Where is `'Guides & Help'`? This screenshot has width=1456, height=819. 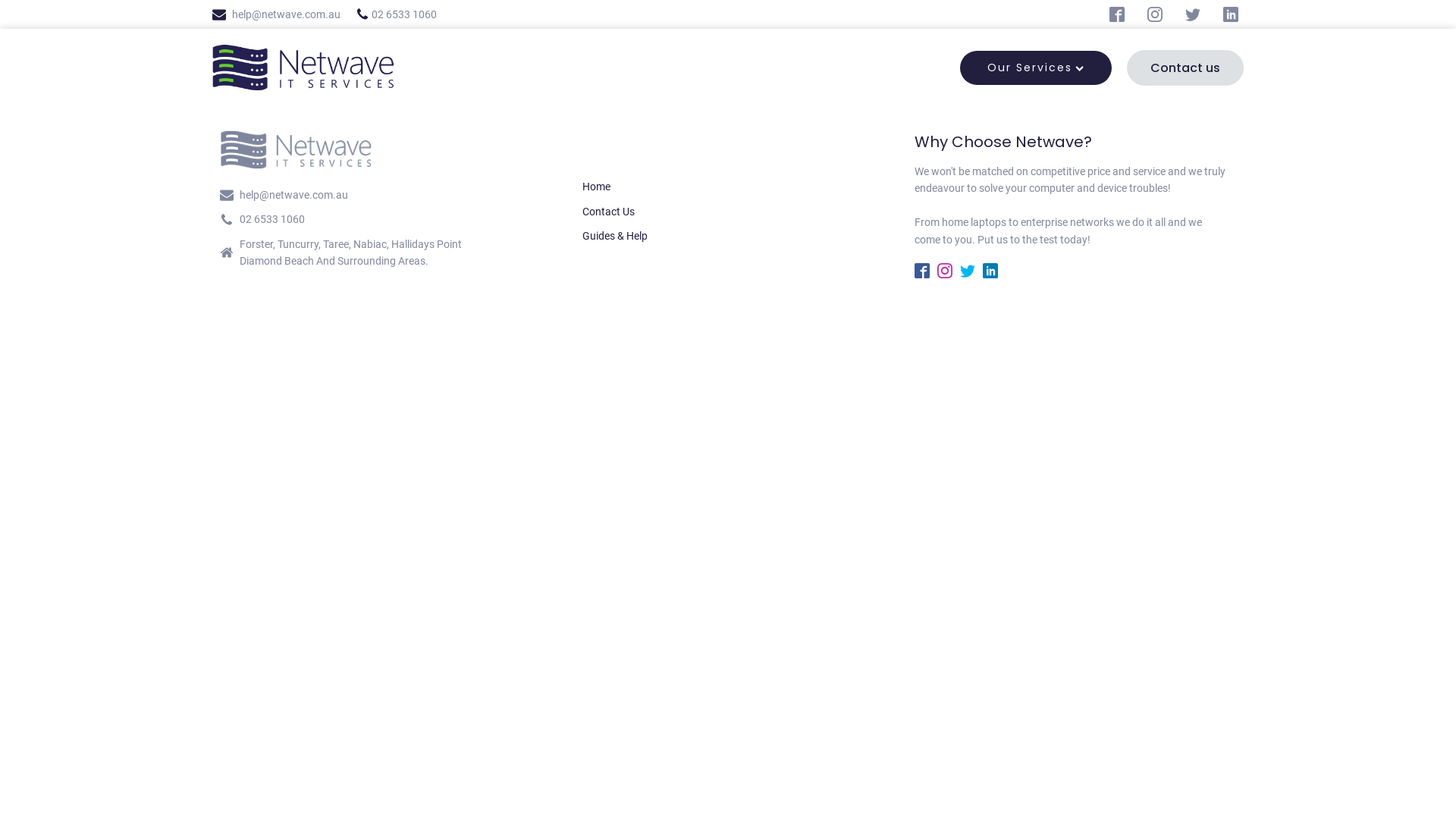
'Guides & Help' is located at coordinates (566, 236).